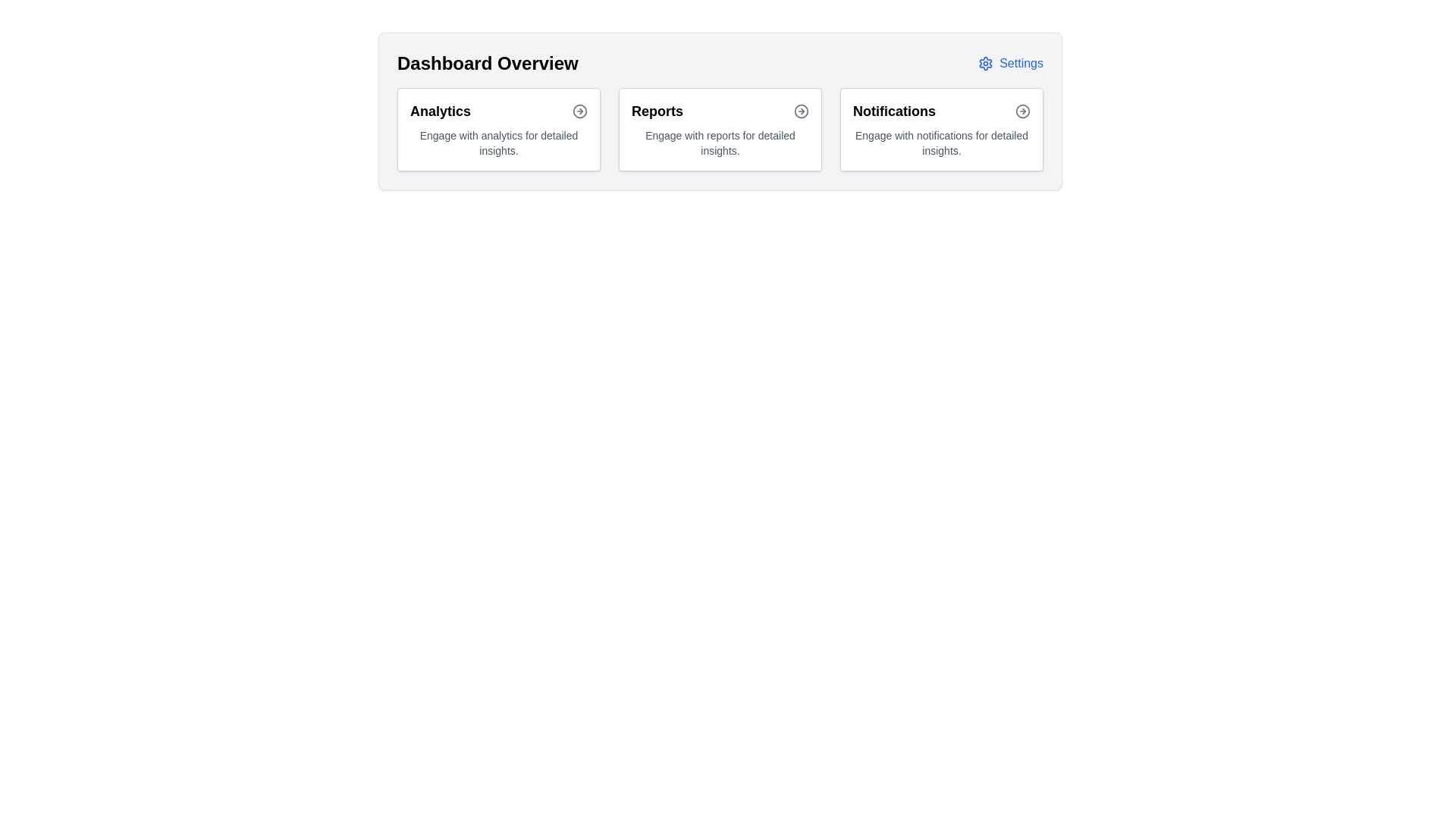 The width and height of the screenshot is (1456, 819). I want to click on the 'Reports' card component, which has a bold title and an icon with an arrow in the upper-right corner, so click(720, 128).